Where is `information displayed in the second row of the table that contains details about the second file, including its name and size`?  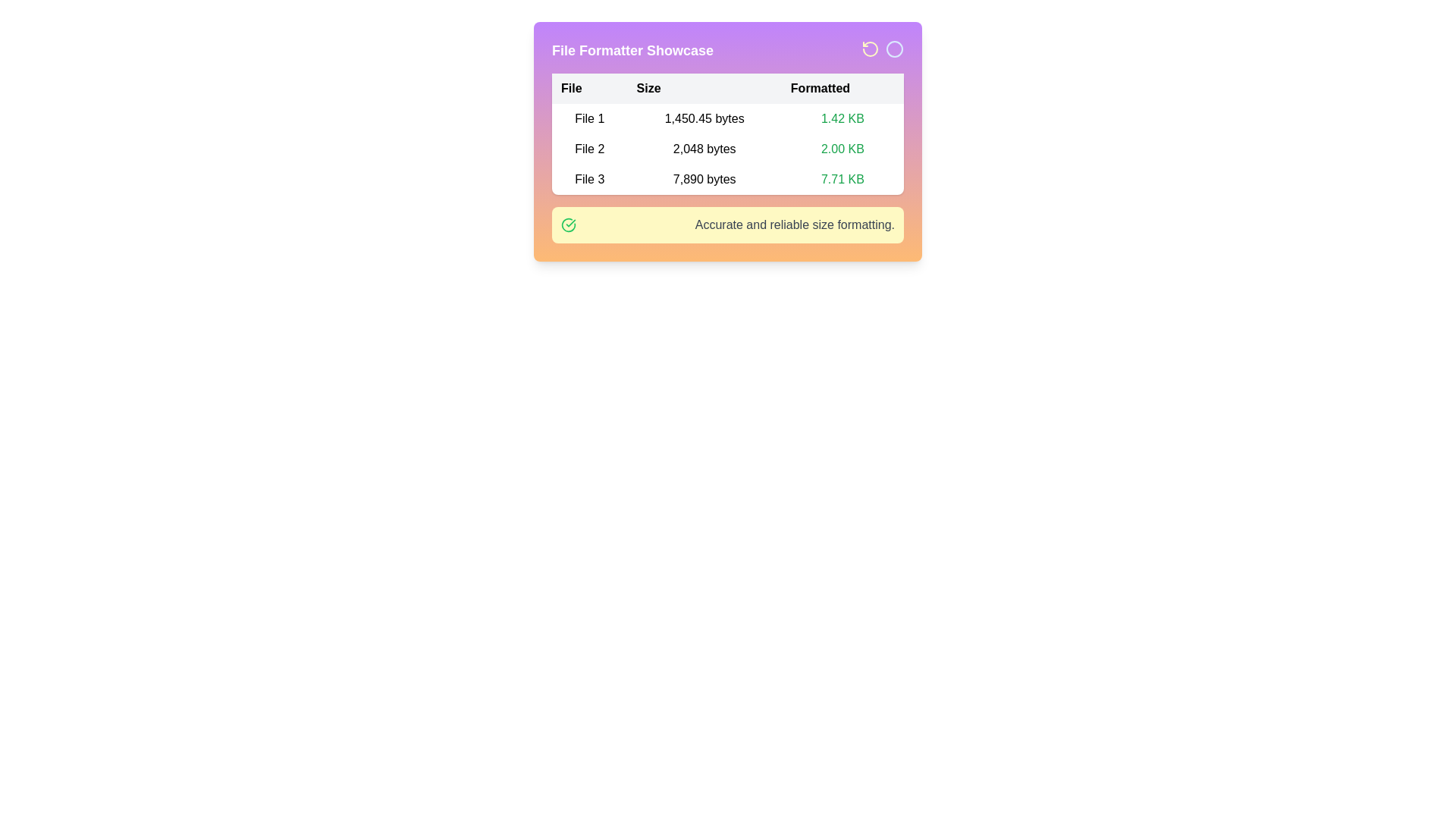 information displayed in the second row of the table that contains details about the second file, including its name and size is located at coordinates (728, 149).